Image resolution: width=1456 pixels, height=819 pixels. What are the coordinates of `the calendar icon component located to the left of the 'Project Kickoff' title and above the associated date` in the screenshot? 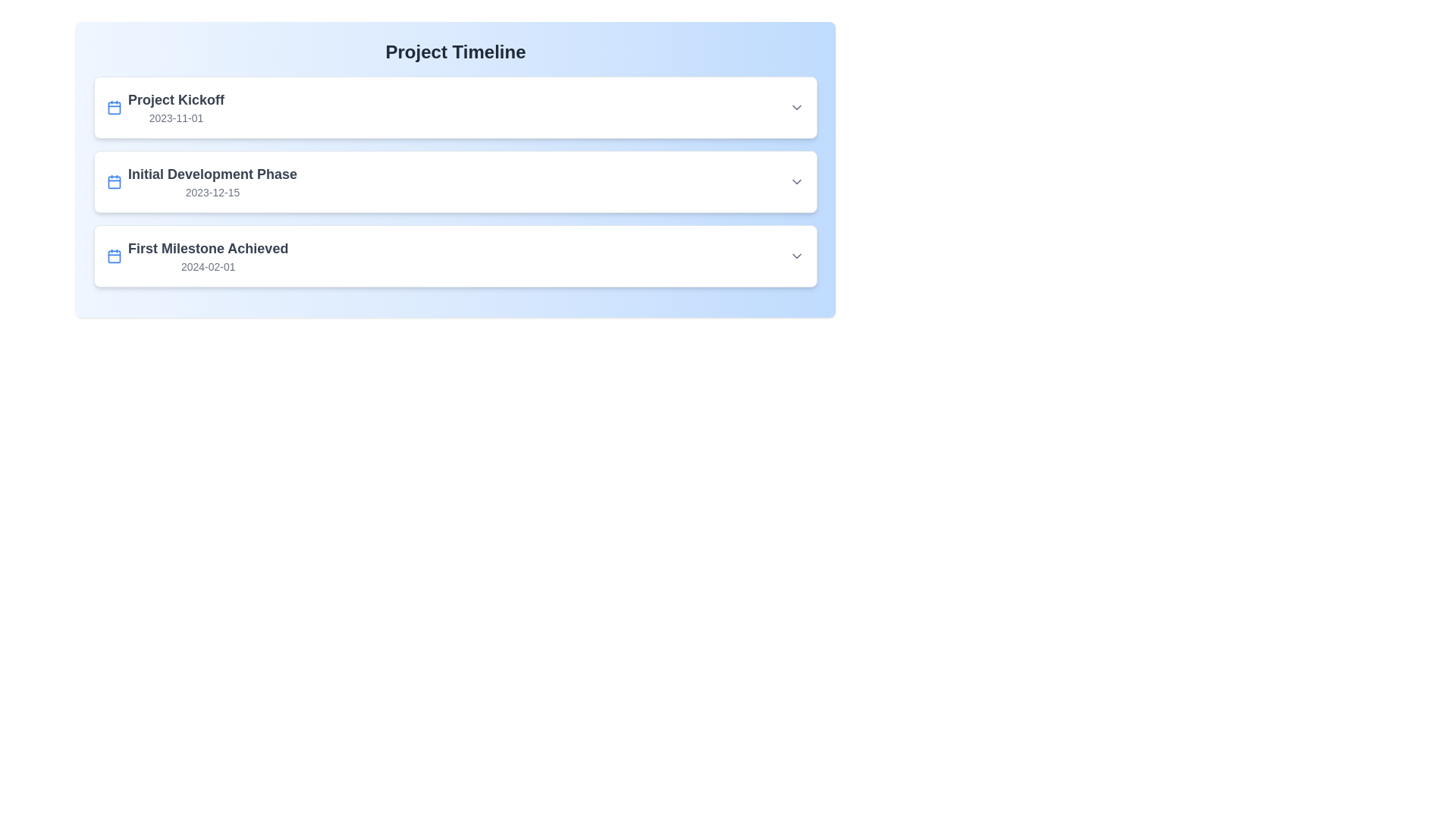 It's located at (113, 107).